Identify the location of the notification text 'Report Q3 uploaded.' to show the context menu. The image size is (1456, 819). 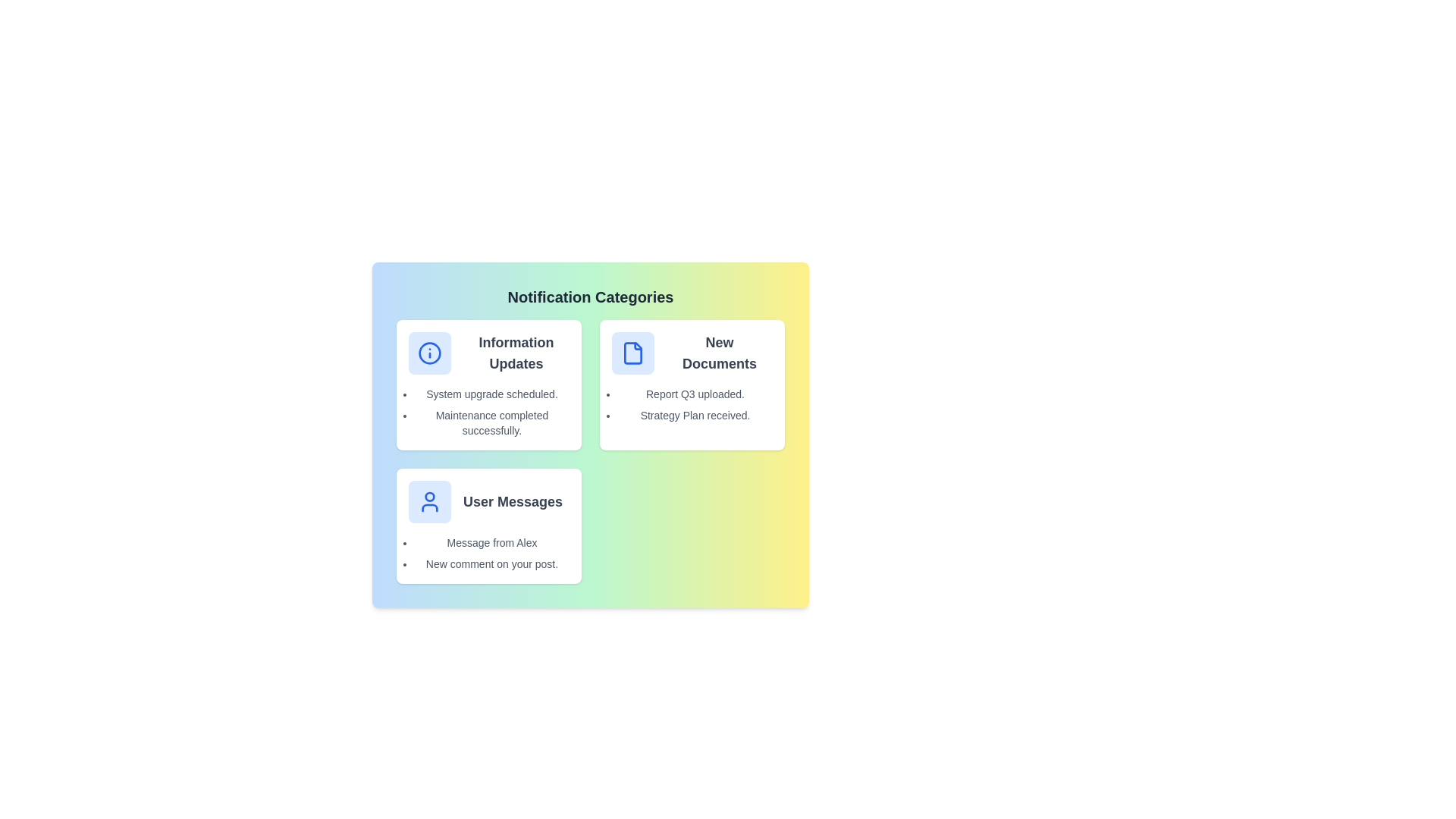
(694, 394).